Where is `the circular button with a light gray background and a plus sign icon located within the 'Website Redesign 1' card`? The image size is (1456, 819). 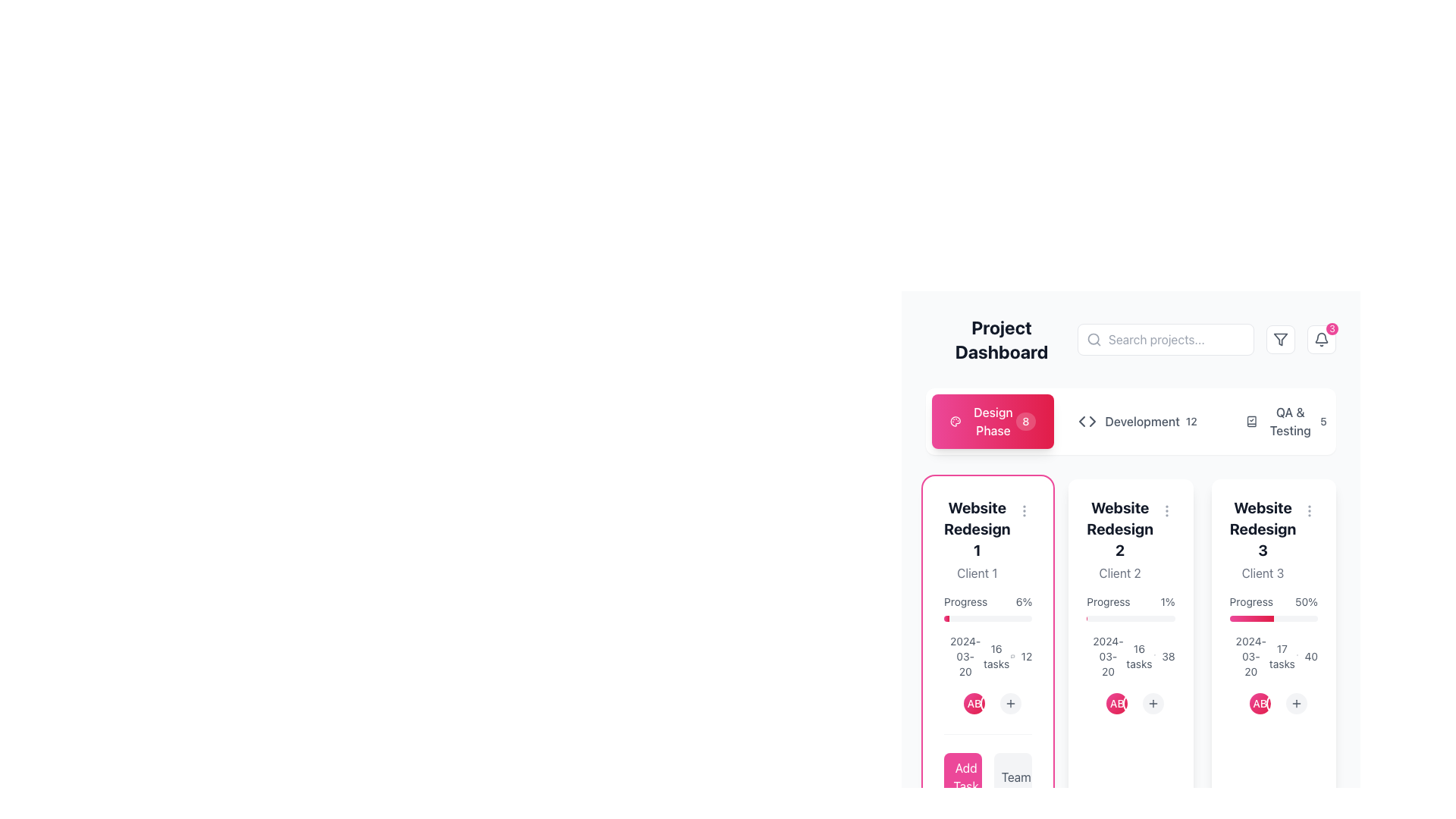
the circular button with a light gray background and a plus sign icon located within the 'Website Redesign 1' card is located at coordinates (1011, 704).